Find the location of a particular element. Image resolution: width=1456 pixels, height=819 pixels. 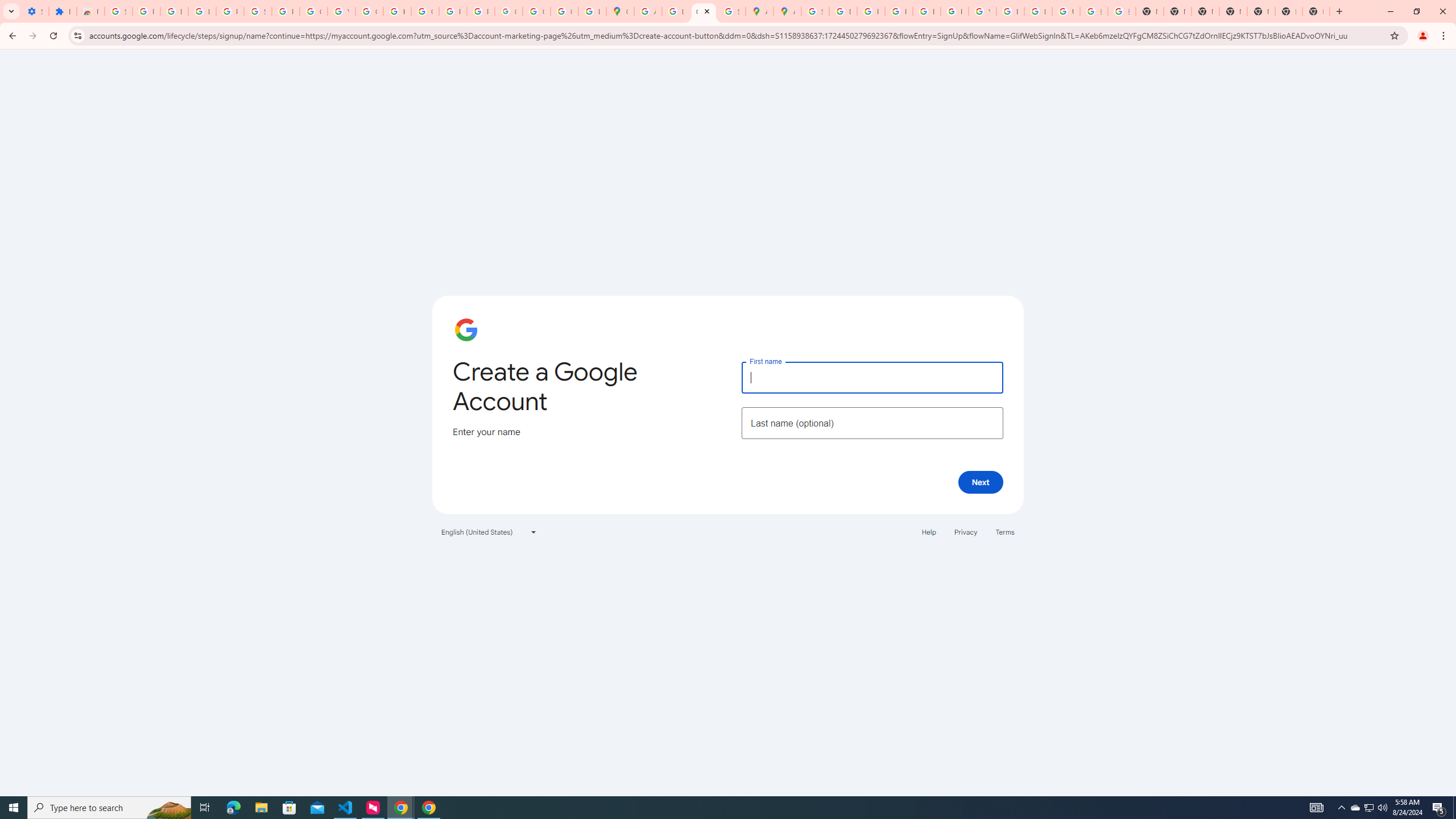

'New Tab' is located at coordinates (1288, 11).